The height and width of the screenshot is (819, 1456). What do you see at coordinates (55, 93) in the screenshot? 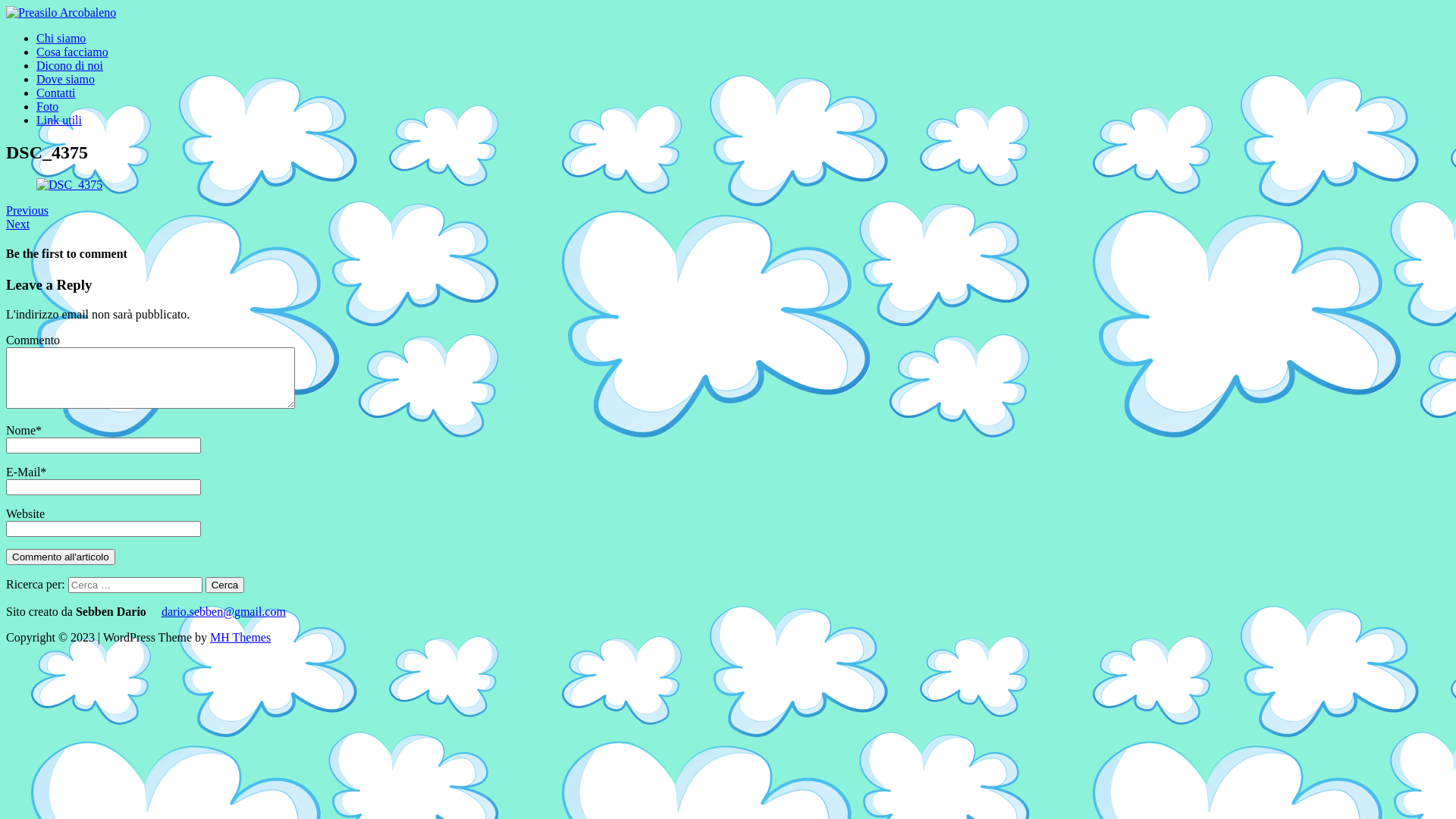
I see `'Contatti'` at bounding box center [55, 93].